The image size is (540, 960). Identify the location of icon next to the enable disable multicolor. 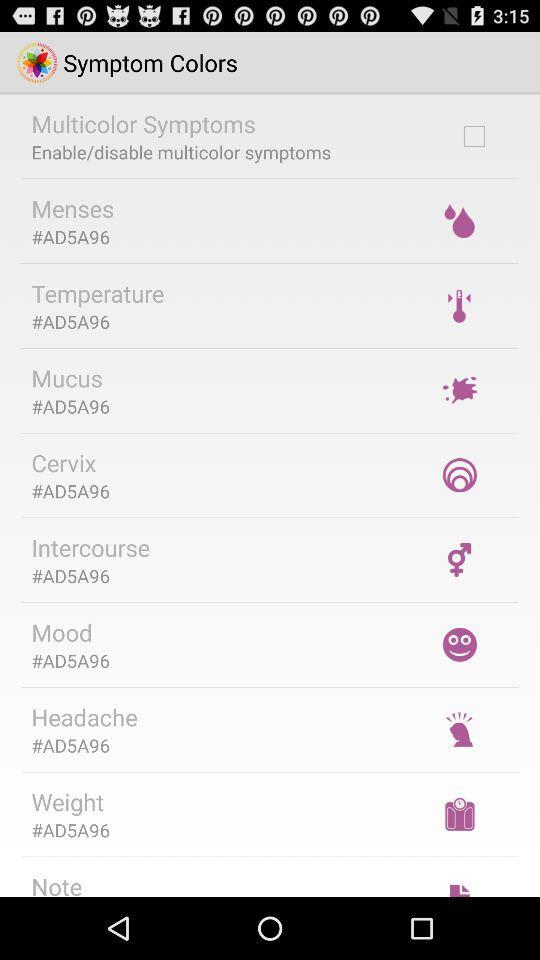
(473, 135).